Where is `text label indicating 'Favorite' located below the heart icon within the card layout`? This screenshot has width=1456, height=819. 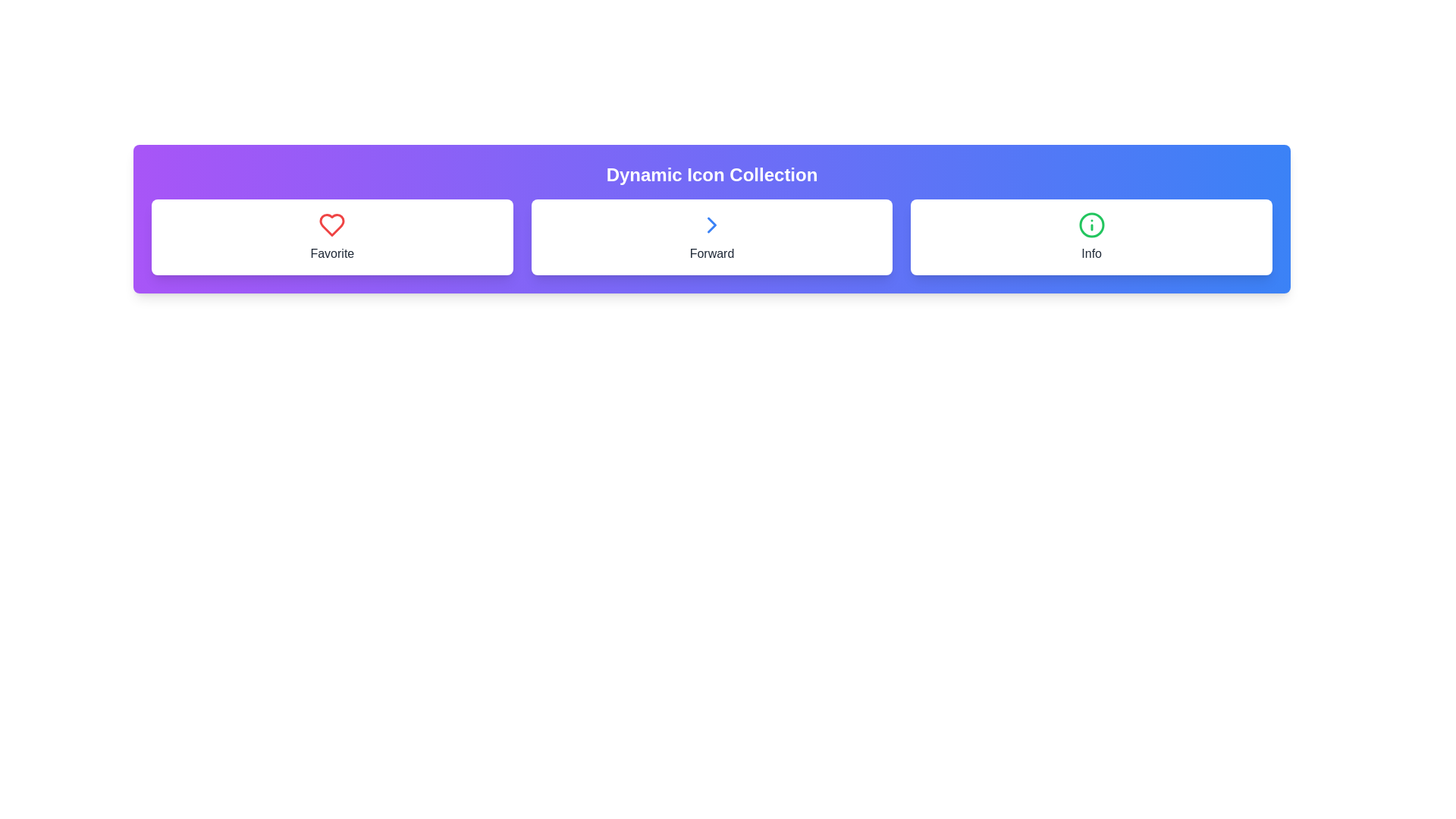
text label indicating 'Favorite' located below the heart icon within the card layout is located at coordinates (331, 253).